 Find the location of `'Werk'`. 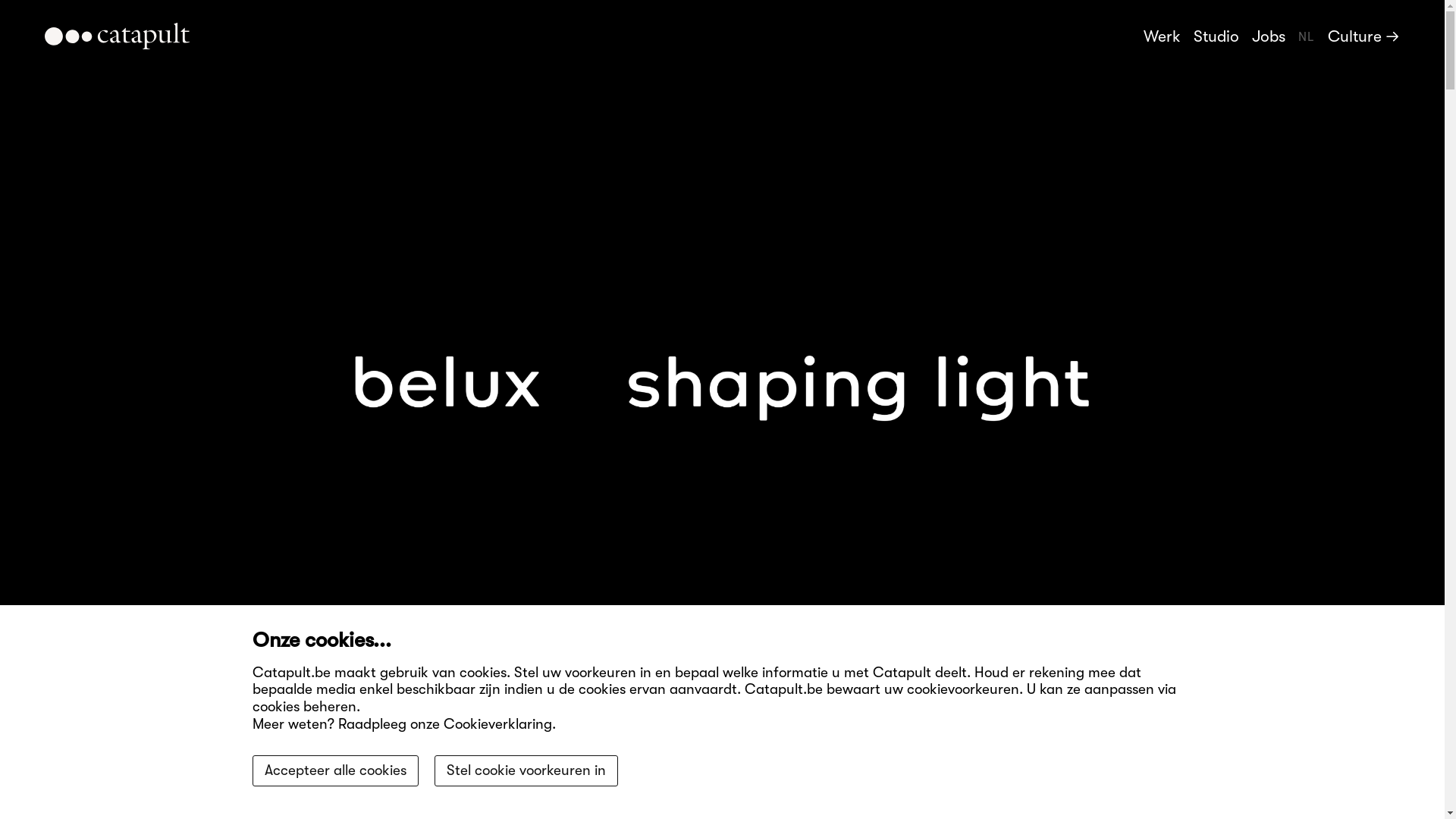

'Werk' is located at coordinates (1143, 35).